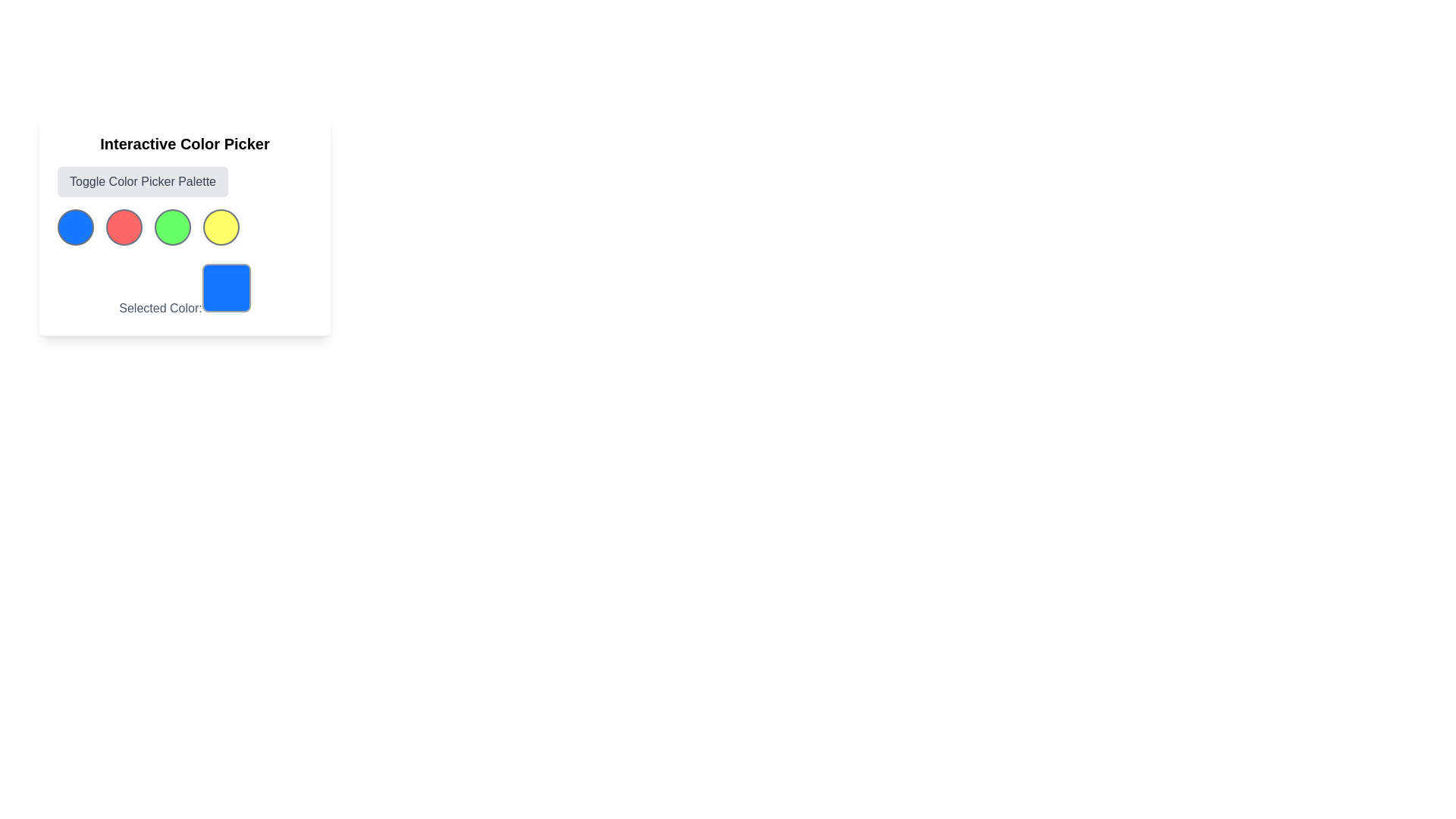 The height and width of the screenshot is (819, 1456). What do you see at coordinates (75, 227) in the screenshot?
I see `the first circular button that allows the user to select the color blue` at bounding box center [75, 227].